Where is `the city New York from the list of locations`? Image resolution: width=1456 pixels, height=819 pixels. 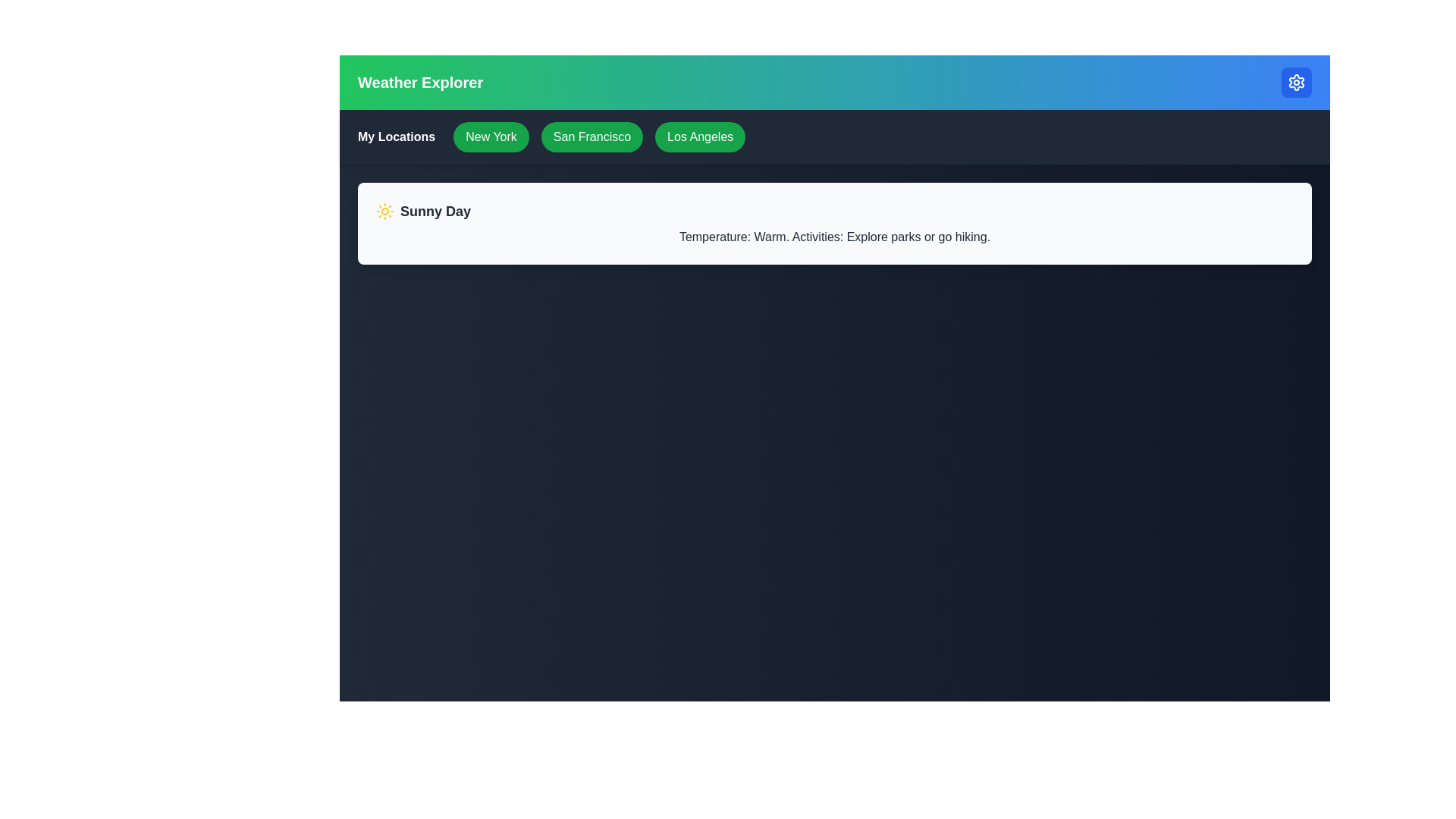
the city New York from the list of locations is located at coordinates (491, 137).